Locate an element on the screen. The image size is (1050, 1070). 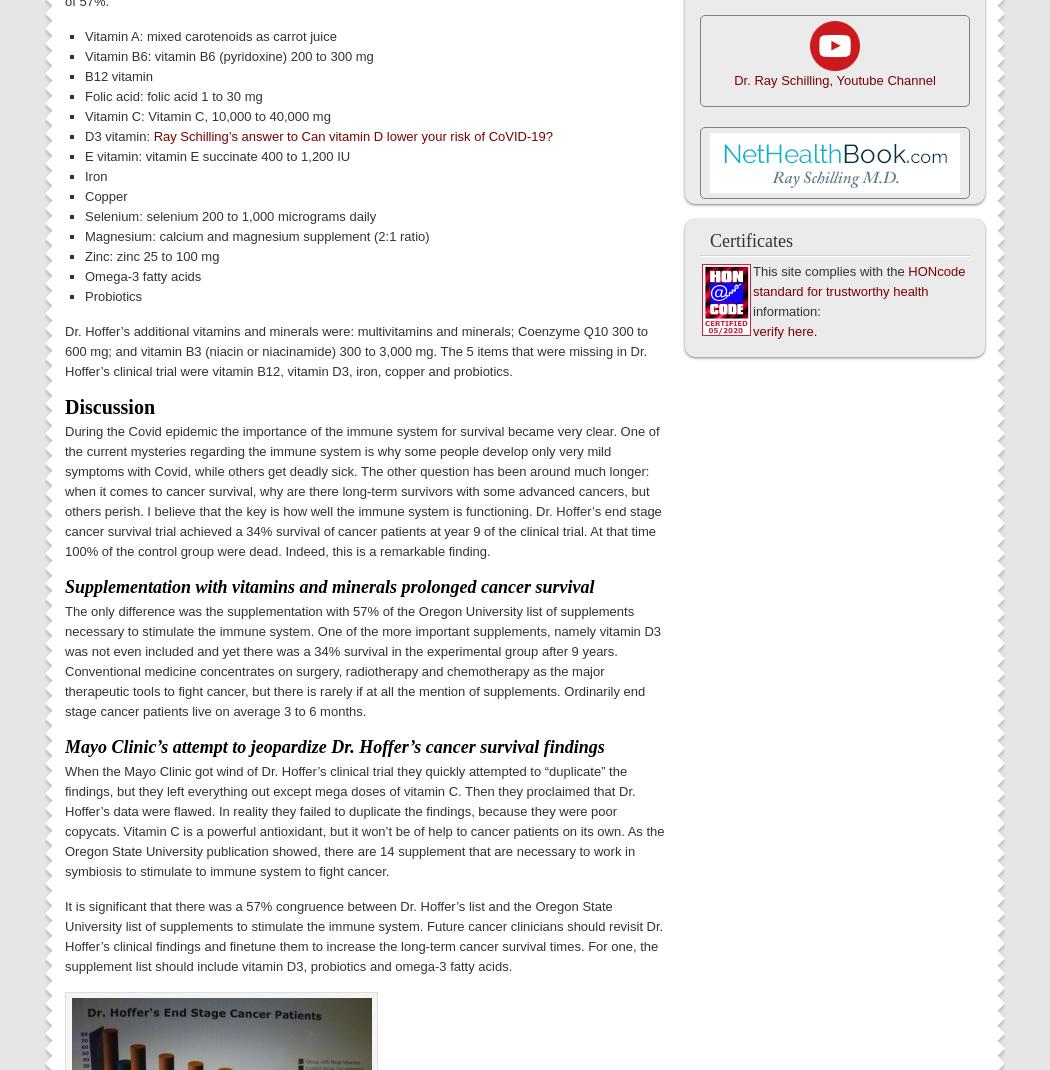
'Magnesium: calcium and magnesium supplement (2:1 ratio)' is located at coordinates (257, 234).